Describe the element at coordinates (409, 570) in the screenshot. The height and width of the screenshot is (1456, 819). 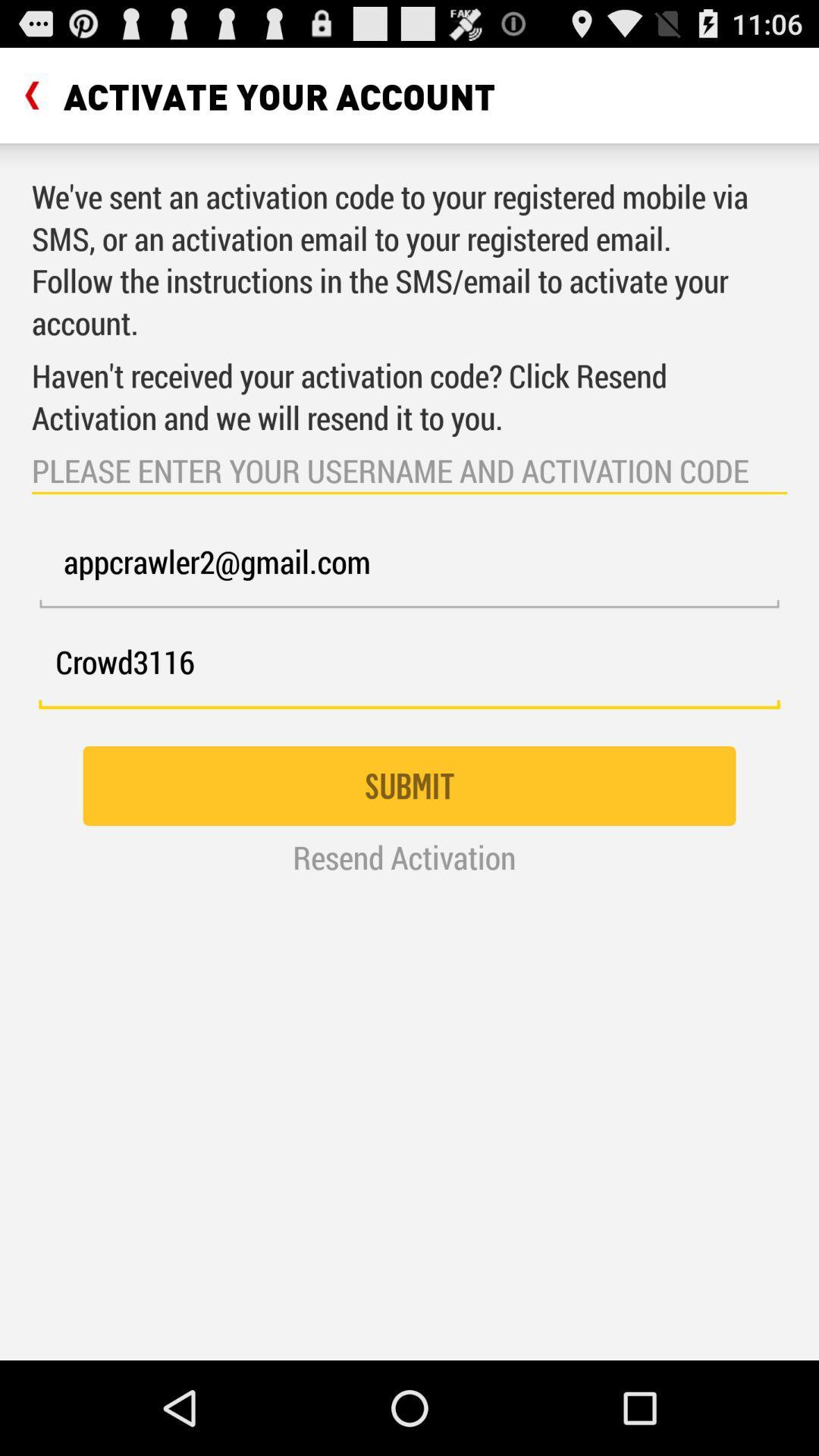
I see `the icon above crowd3116` at that location.